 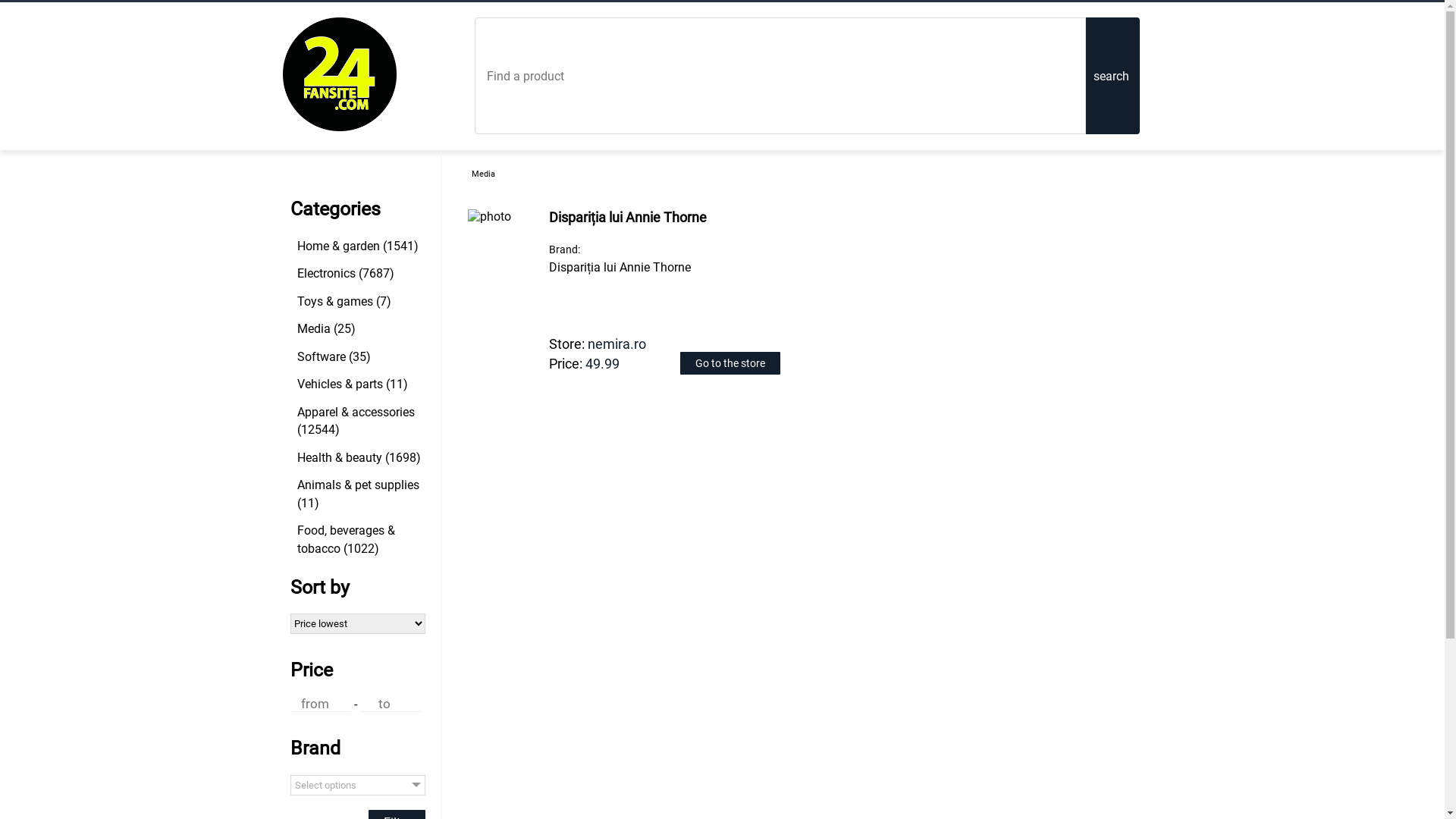 I want to click on 'Go to the store', so click(x=729, y=362).